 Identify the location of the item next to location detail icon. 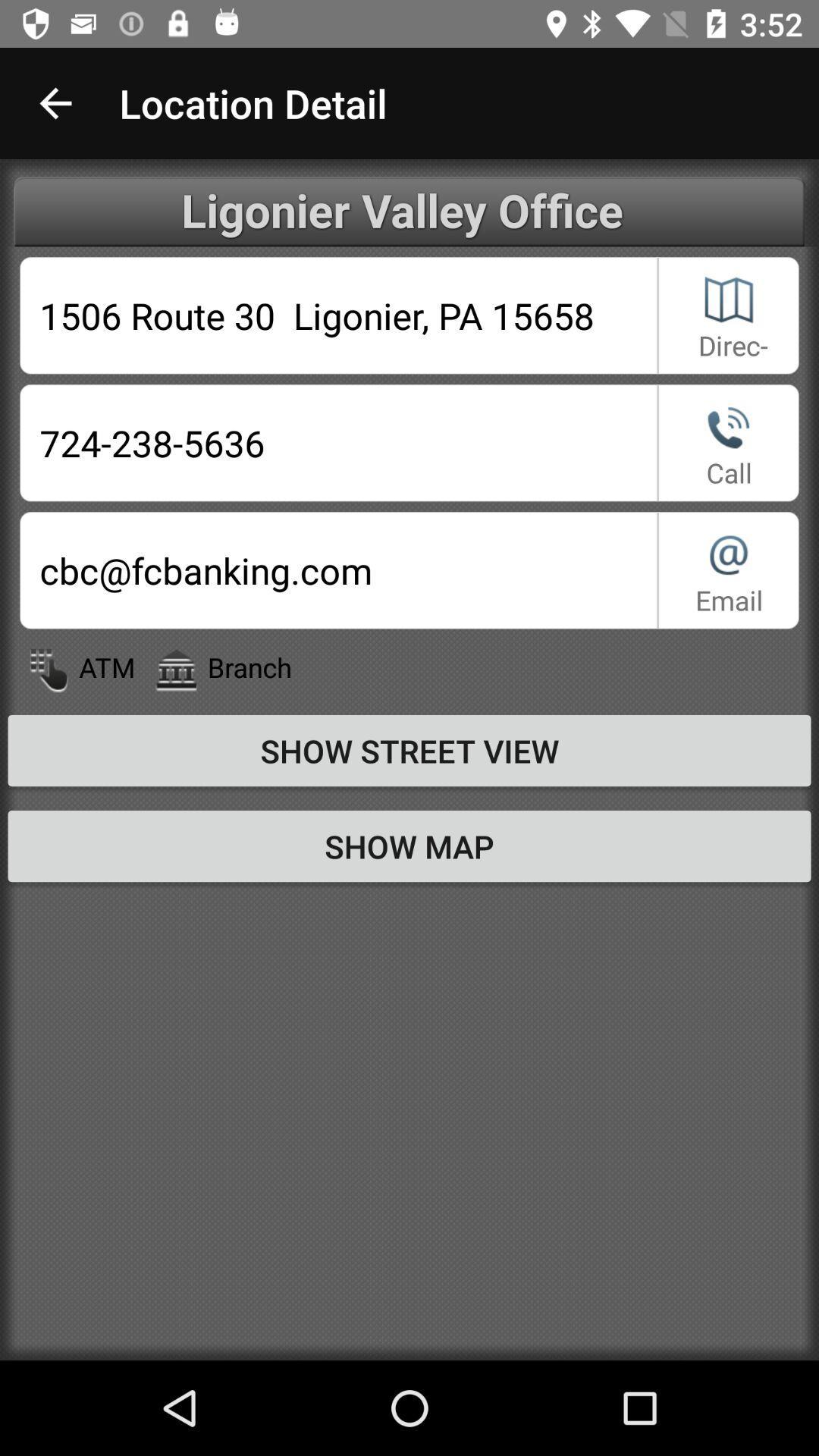
(55, 102).